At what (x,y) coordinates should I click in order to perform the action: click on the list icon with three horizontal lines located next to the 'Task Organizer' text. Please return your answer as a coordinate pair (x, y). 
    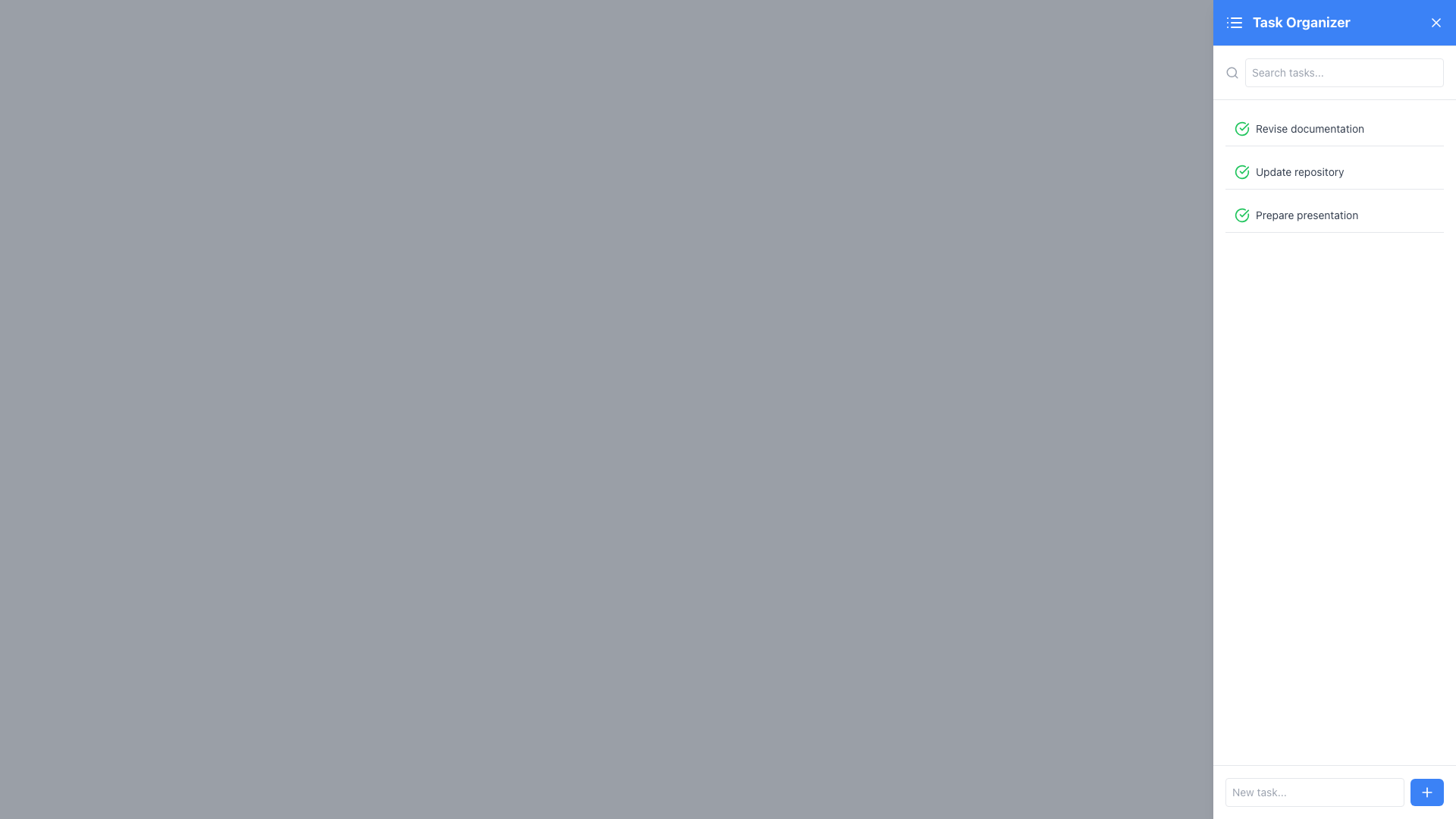
    Looking at the image, I should click on (1234, 23).